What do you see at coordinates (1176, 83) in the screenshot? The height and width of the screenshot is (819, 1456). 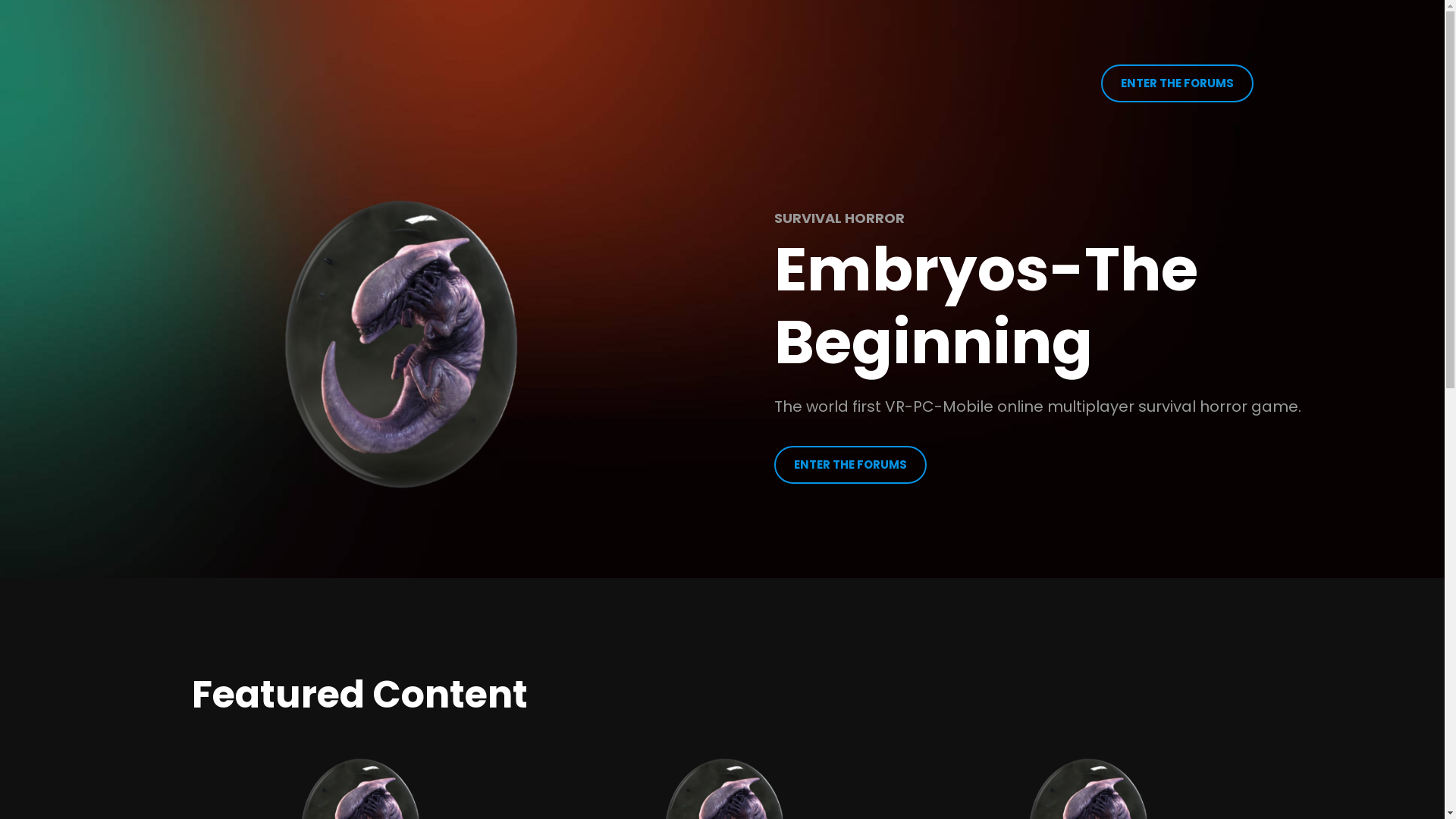 I see `'ENTER THE FORUMS'` at bounding box center [1176, 83].